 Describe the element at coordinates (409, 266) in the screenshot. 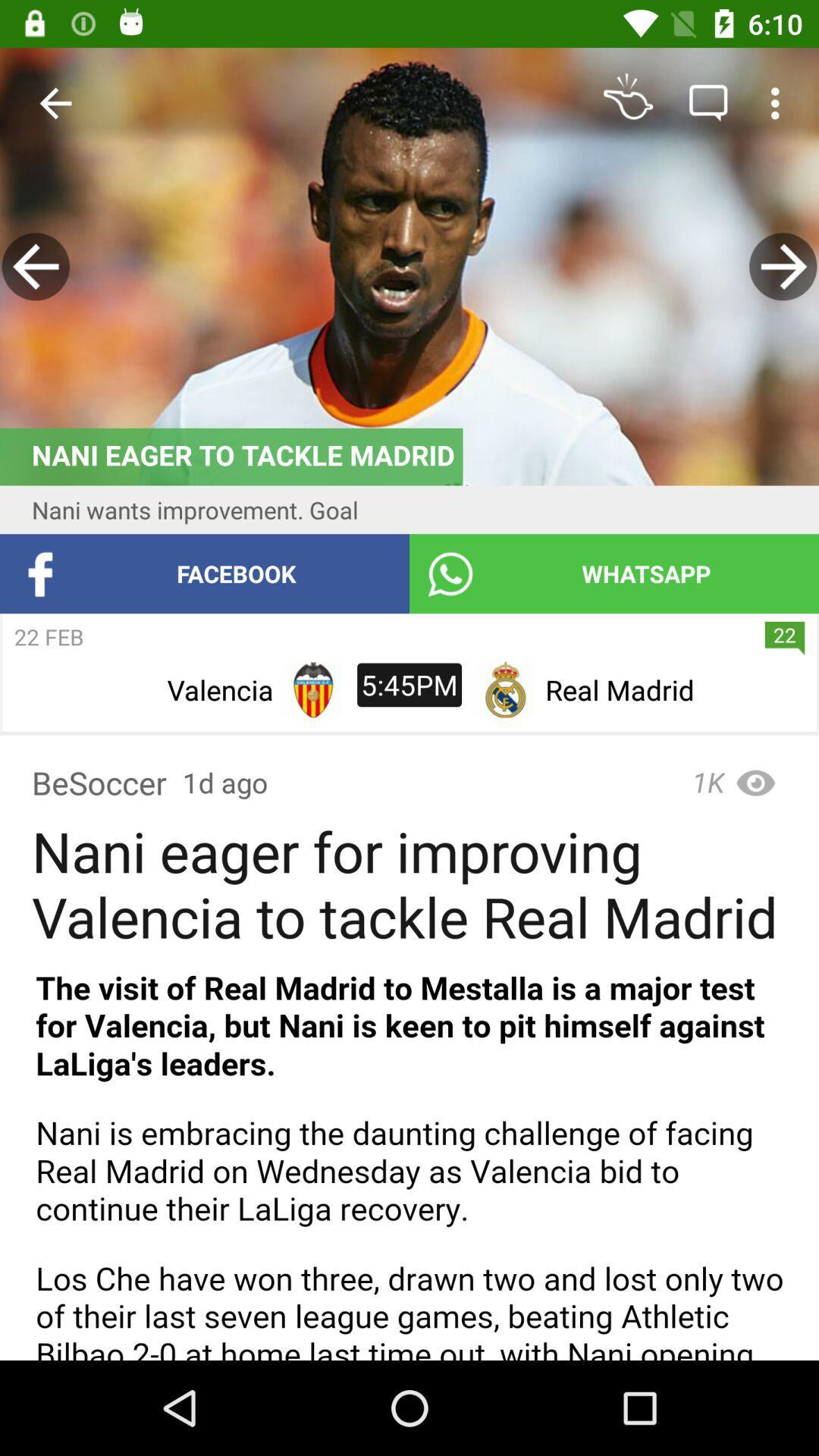

I see `image` at that location.